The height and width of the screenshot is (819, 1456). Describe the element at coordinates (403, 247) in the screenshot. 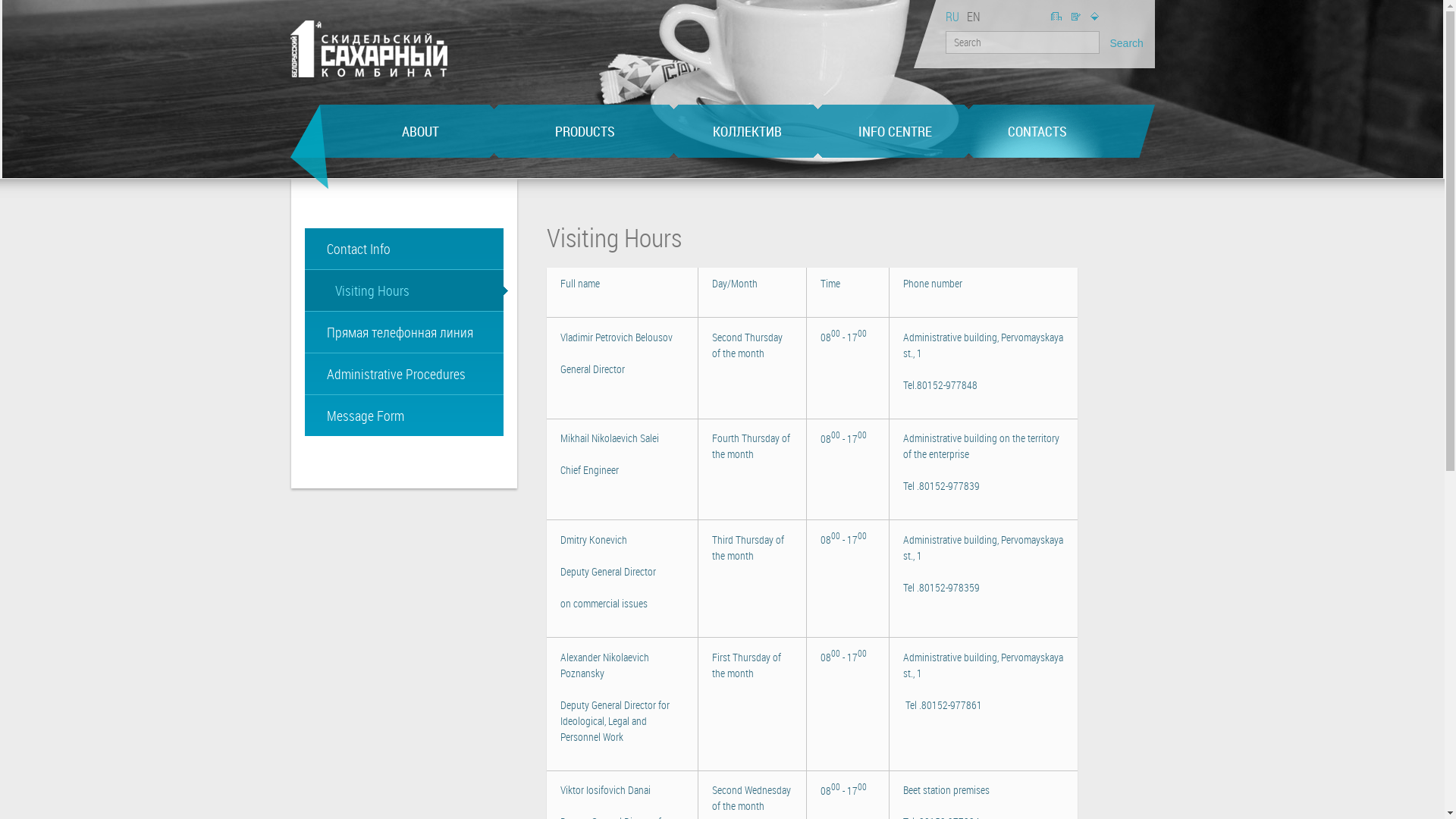

I see `'Contact Info'` at that location.